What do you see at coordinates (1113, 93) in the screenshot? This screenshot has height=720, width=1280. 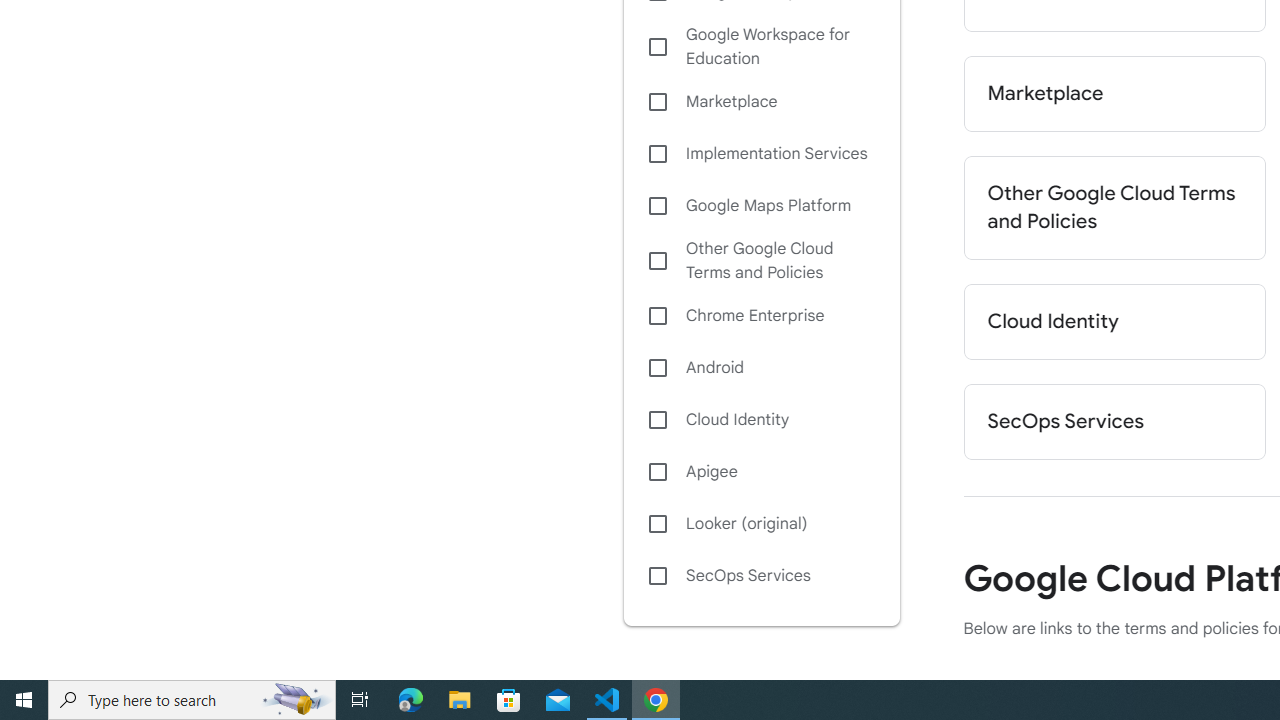 I see `'Marketplace'` at bounding box center [1113, 93].